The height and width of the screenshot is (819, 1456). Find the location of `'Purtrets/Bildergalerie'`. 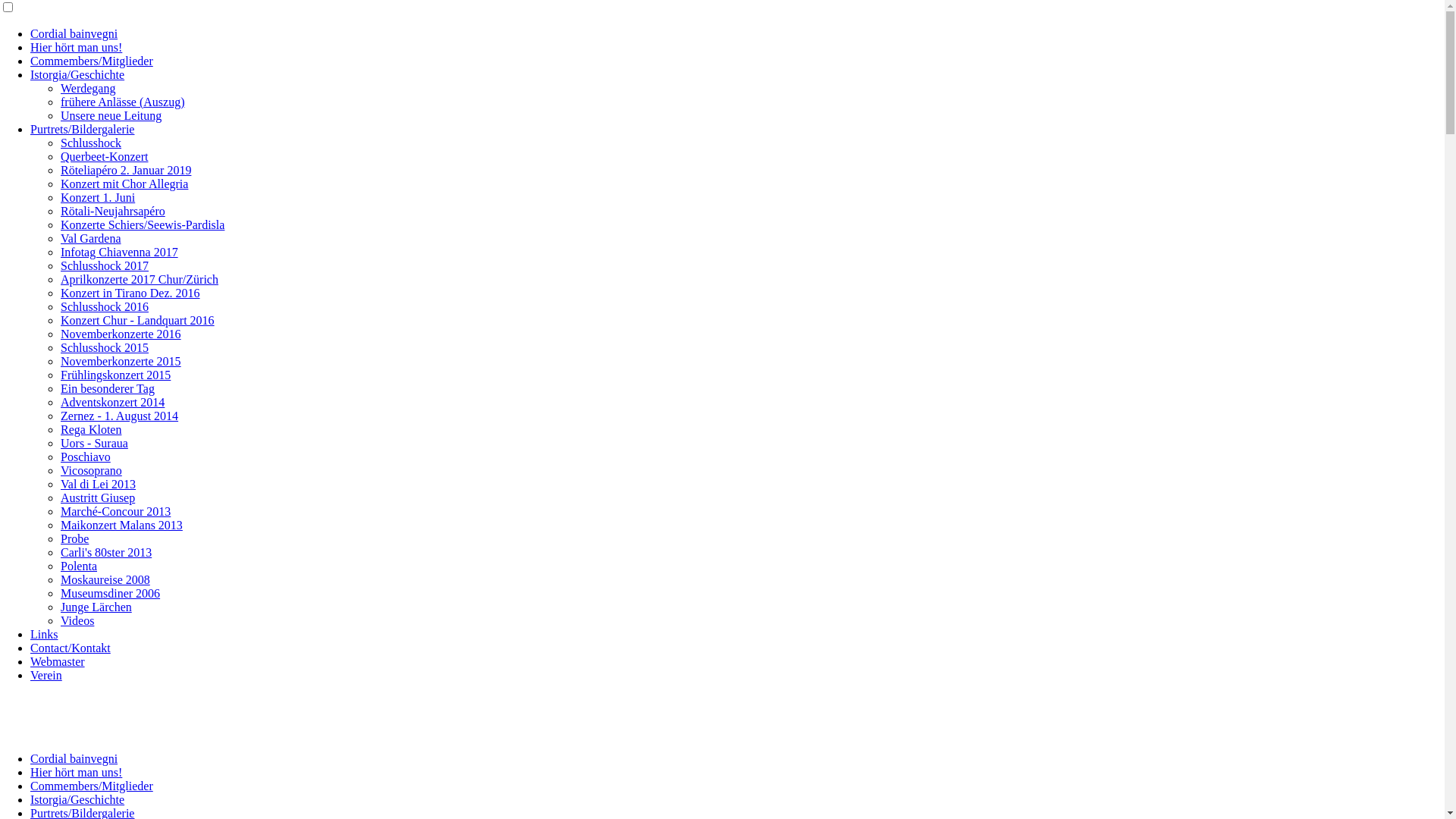

'Purtrets/Bildergalerie' is located at coordinates (81, 128).